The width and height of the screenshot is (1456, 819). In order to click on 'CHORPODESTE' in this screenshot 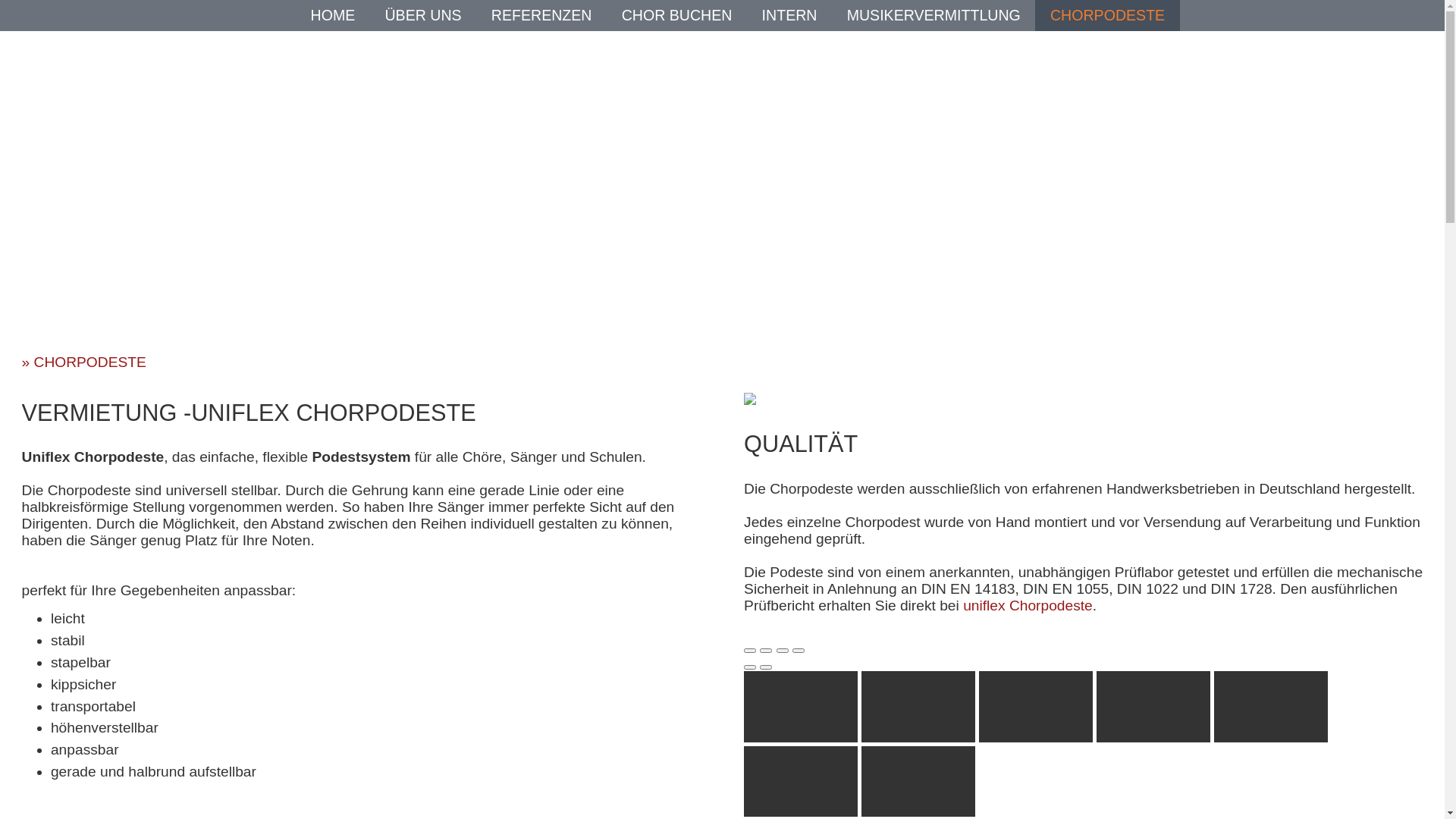, I will do `click(1107, 14)`.